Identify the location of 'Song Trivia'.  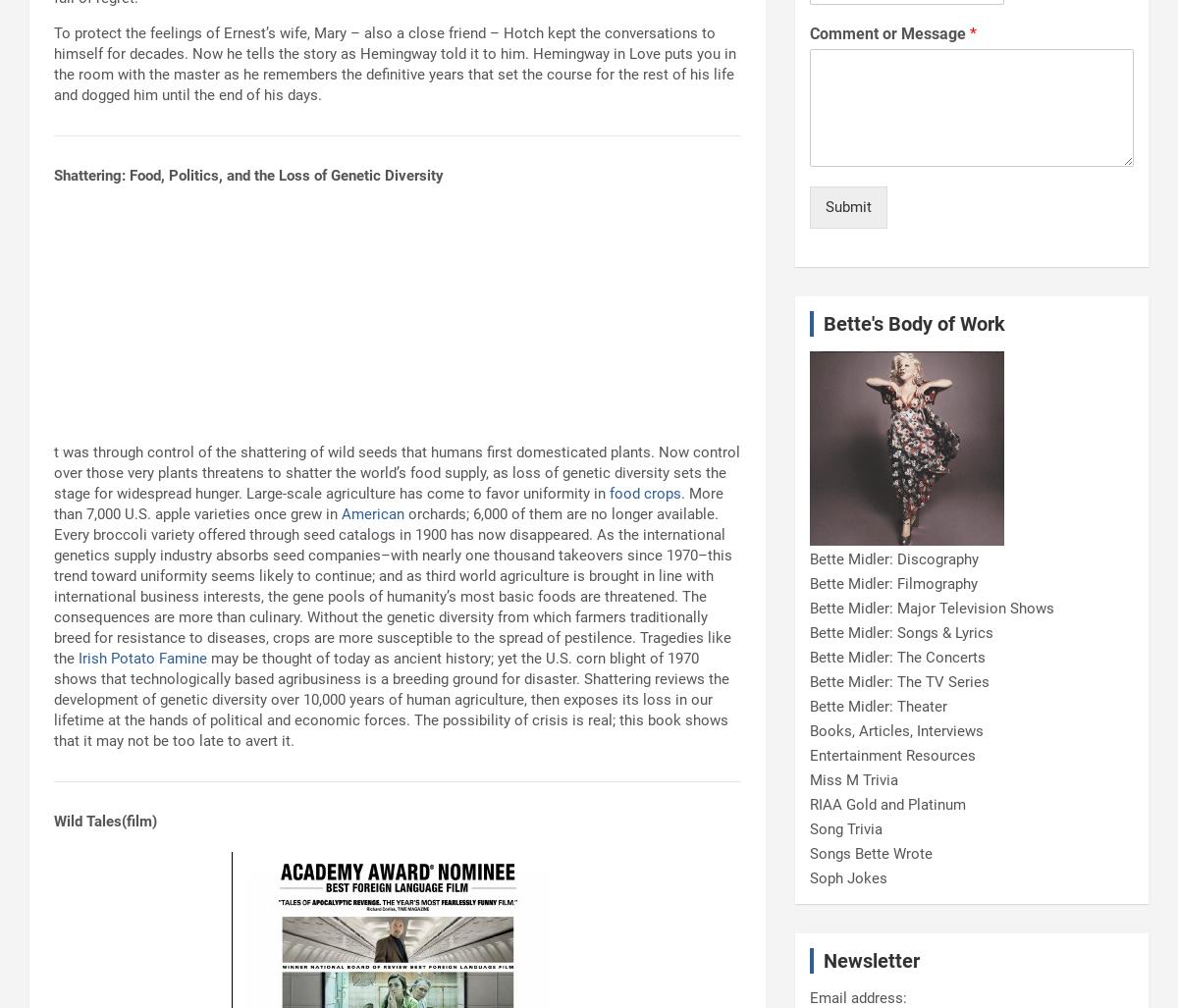
(844, 829).